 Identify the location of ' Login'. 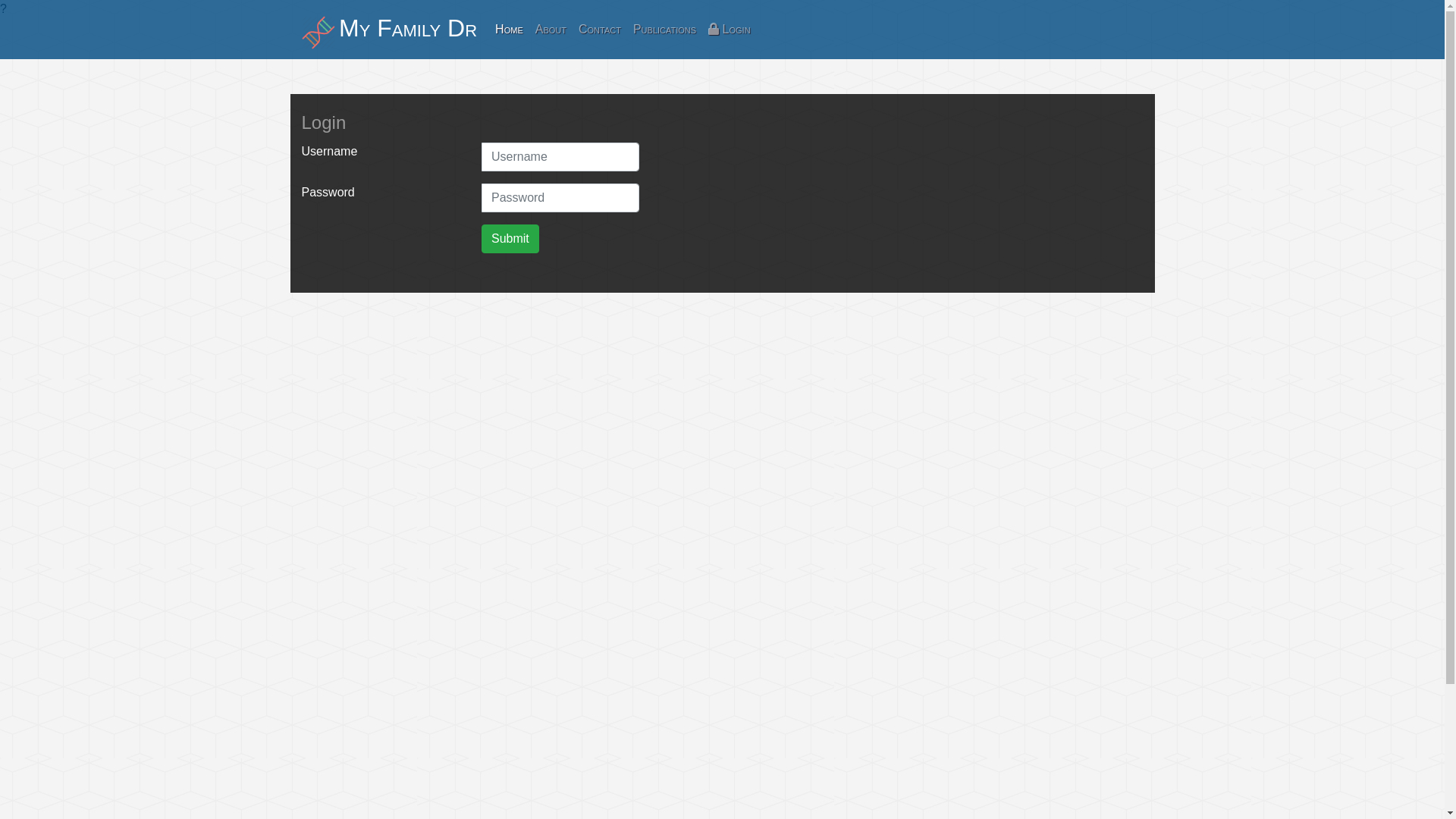
(729, 29).